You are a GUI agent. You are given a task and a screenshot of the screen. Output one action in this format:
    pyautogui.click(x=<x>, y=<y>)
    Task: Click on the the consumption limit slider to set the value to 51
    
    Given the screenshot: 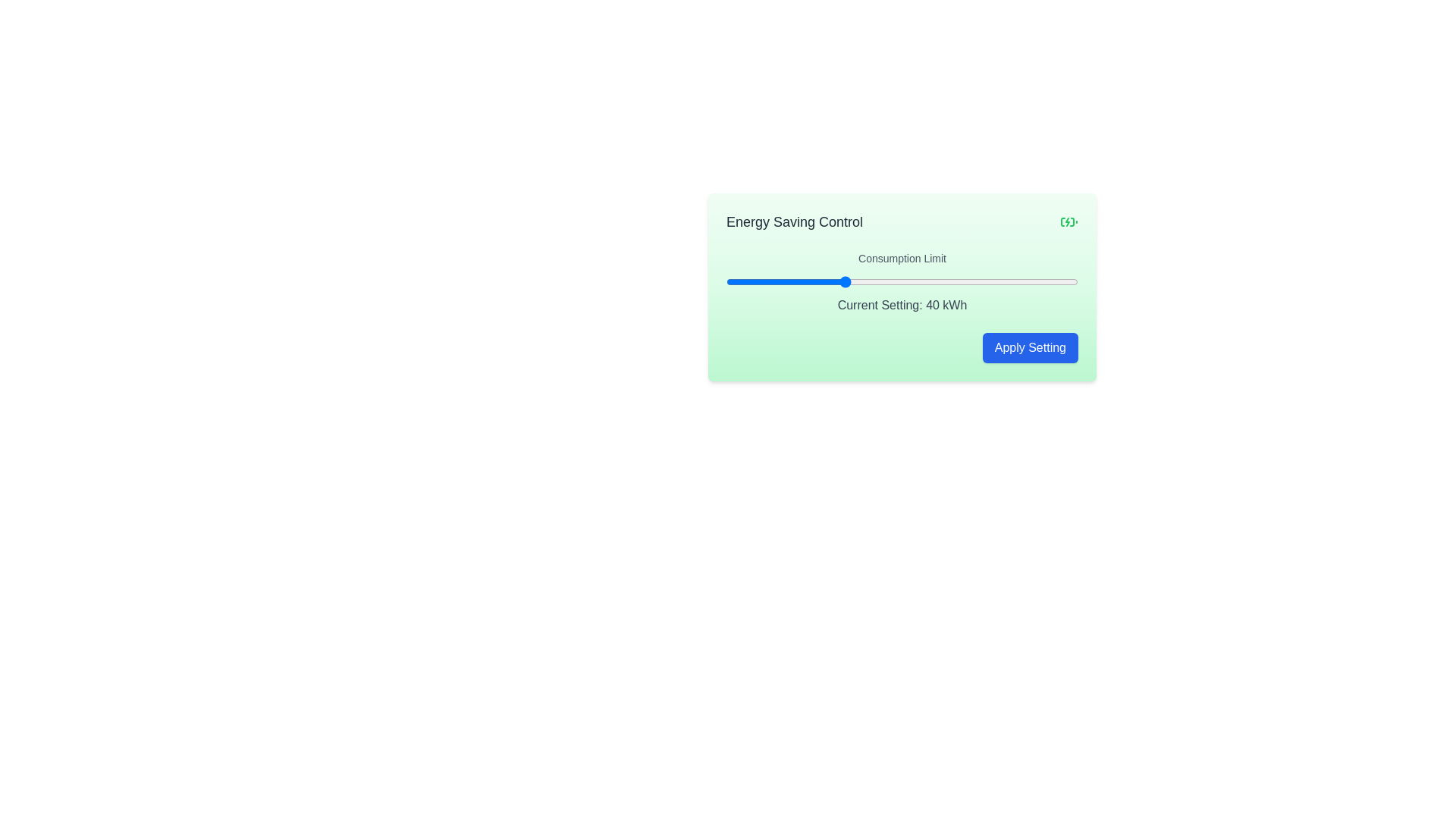 What is the action you would take?
    pyautogui.click(x=908, y=281)
    